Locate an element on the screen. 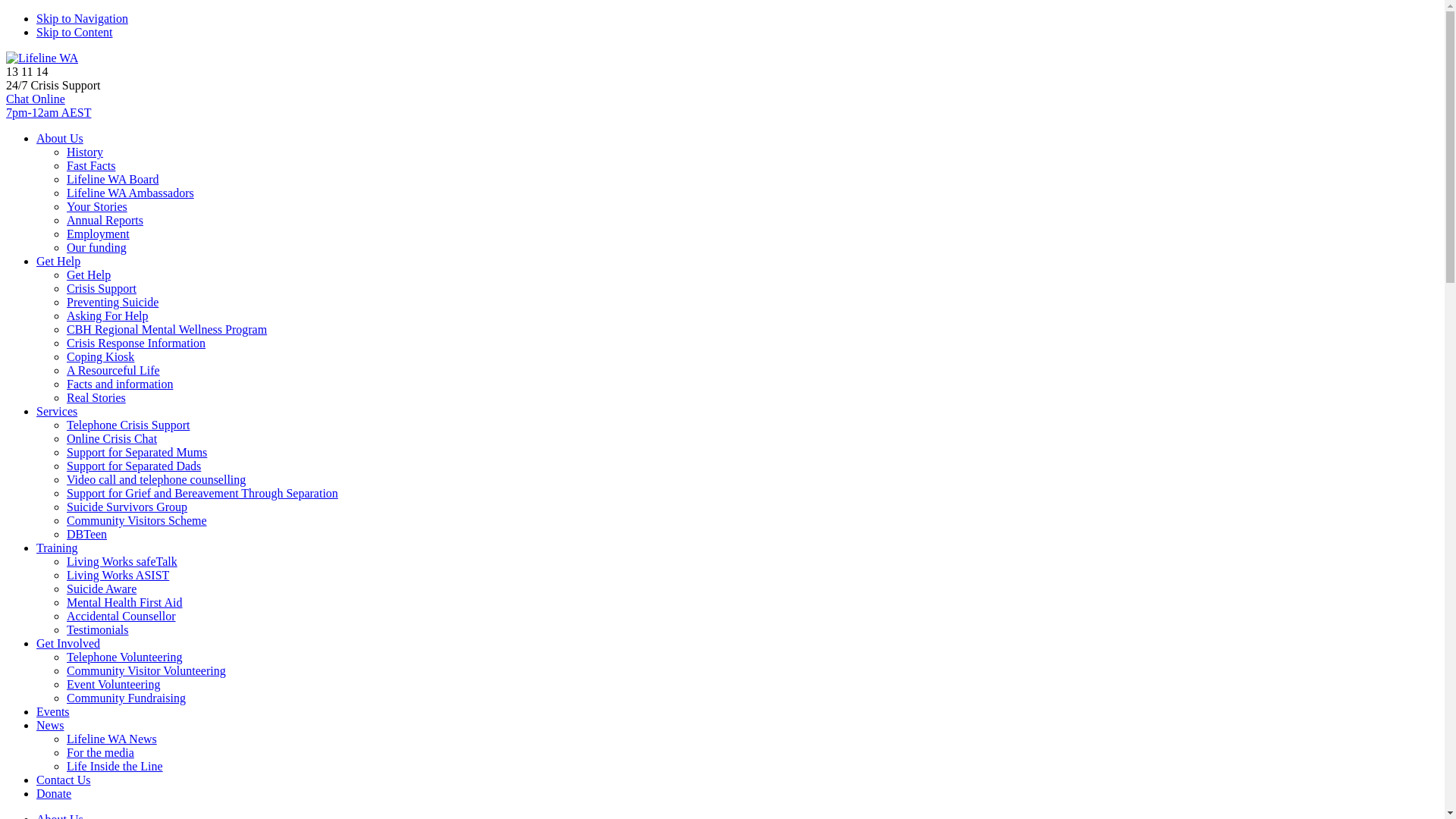 The height and width of the screenshot is (819, 1456). 'Real Stories' is located at coordinates (95, 397).